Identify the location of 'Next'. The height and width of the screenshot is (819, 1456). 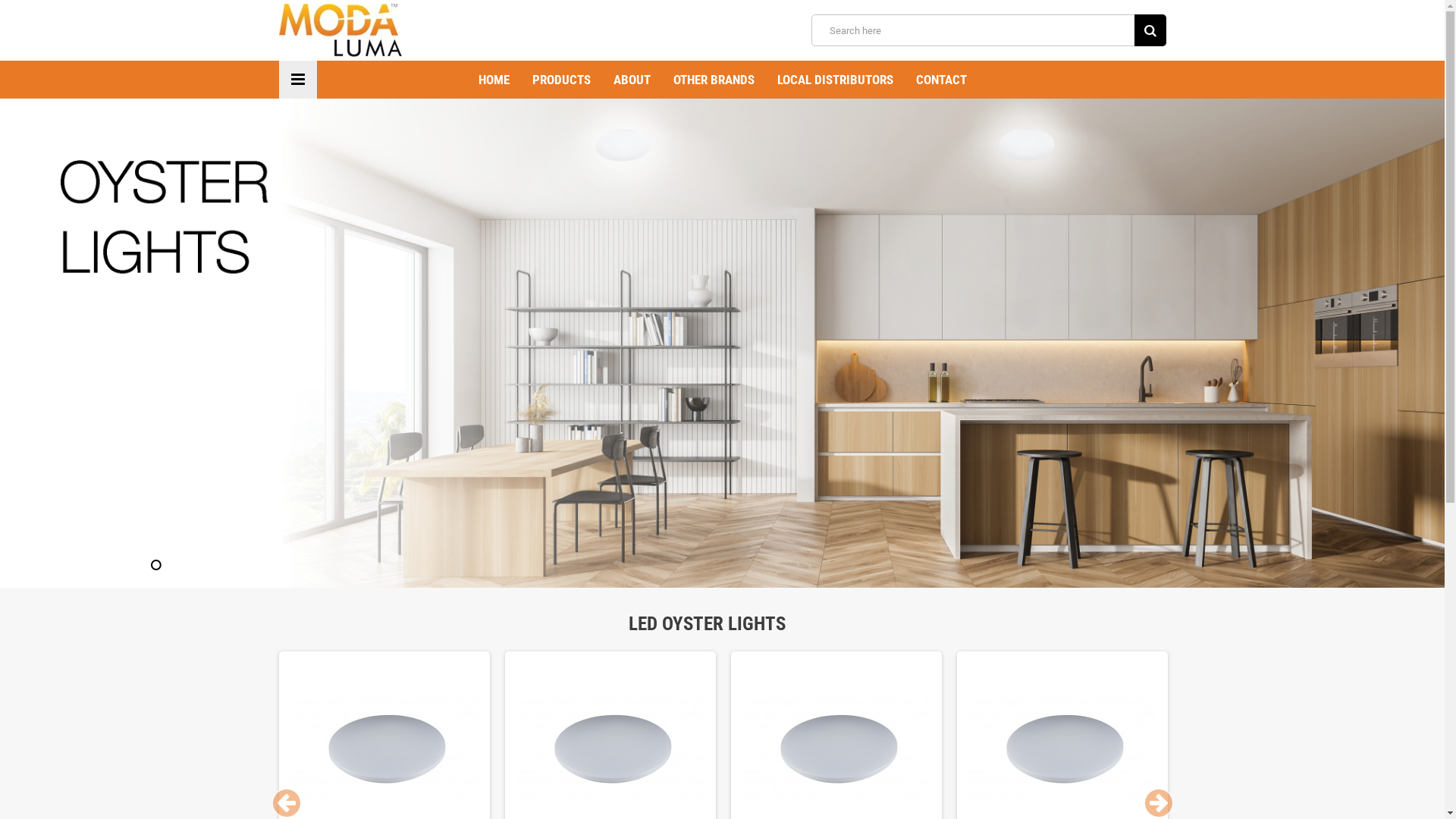
(1157, 802).